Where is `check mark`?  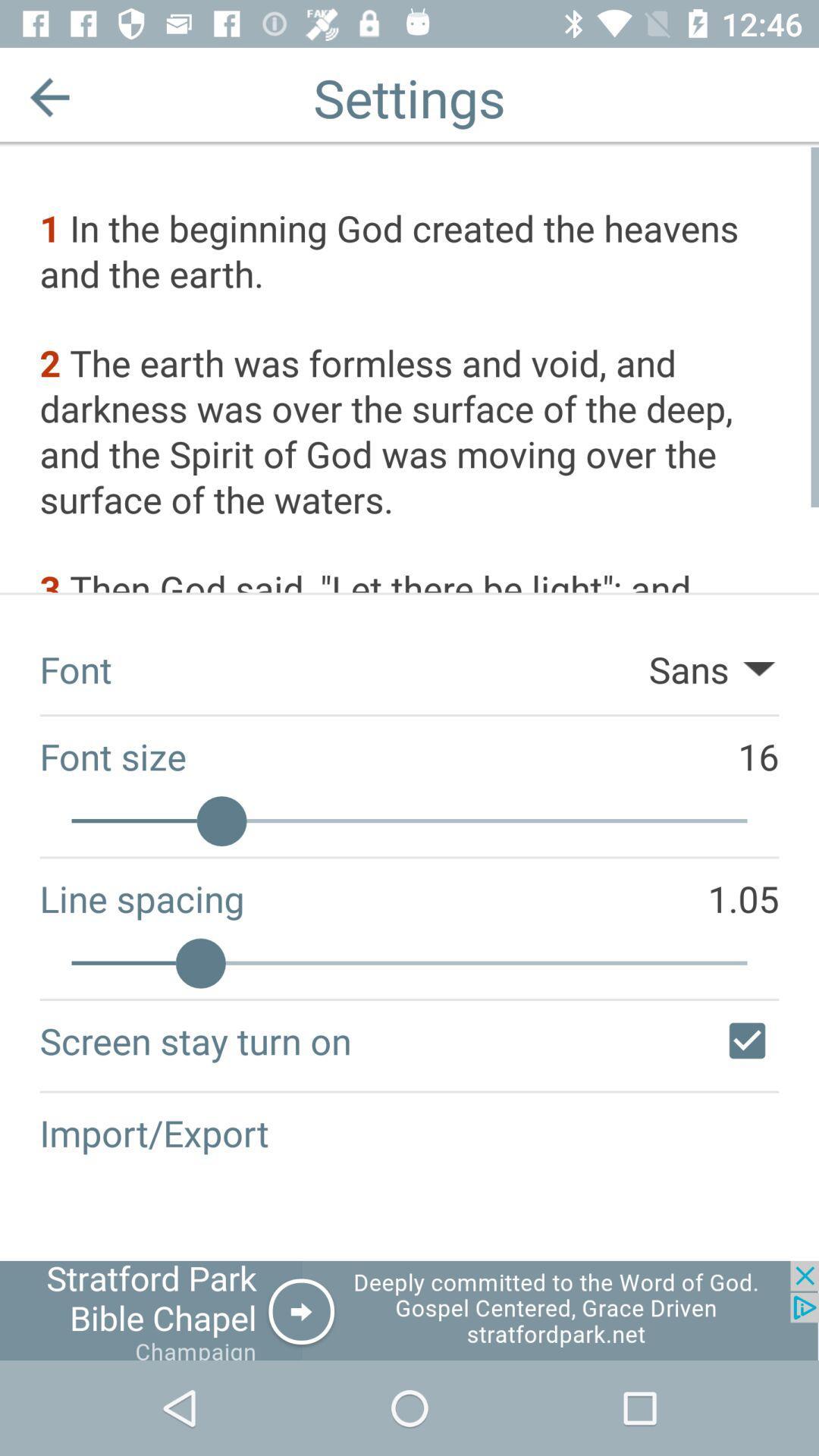 check mark is located at coordinates (746, 1040).